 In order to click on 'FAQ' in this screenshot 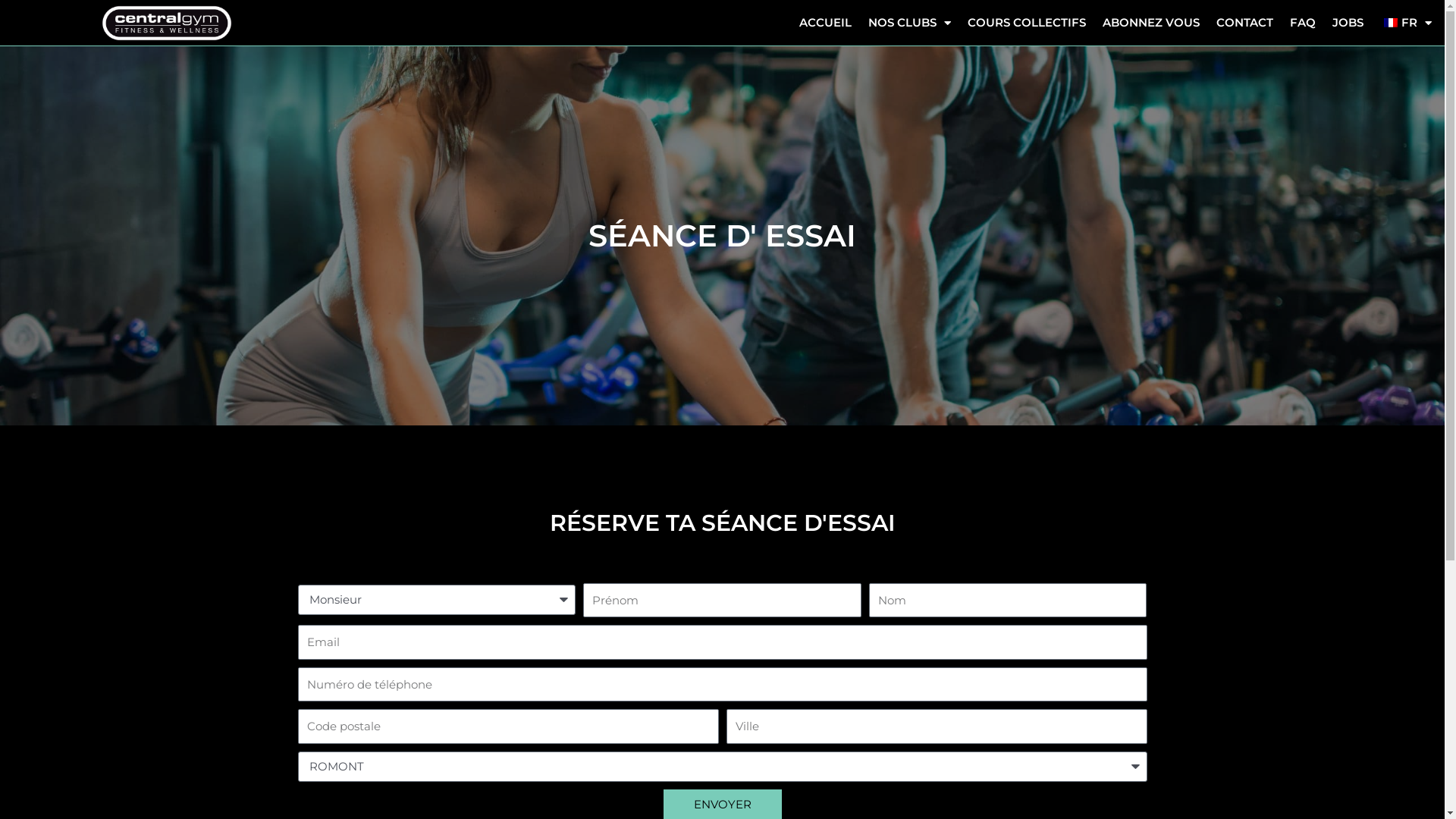, I will do `click(1302, 23)`.